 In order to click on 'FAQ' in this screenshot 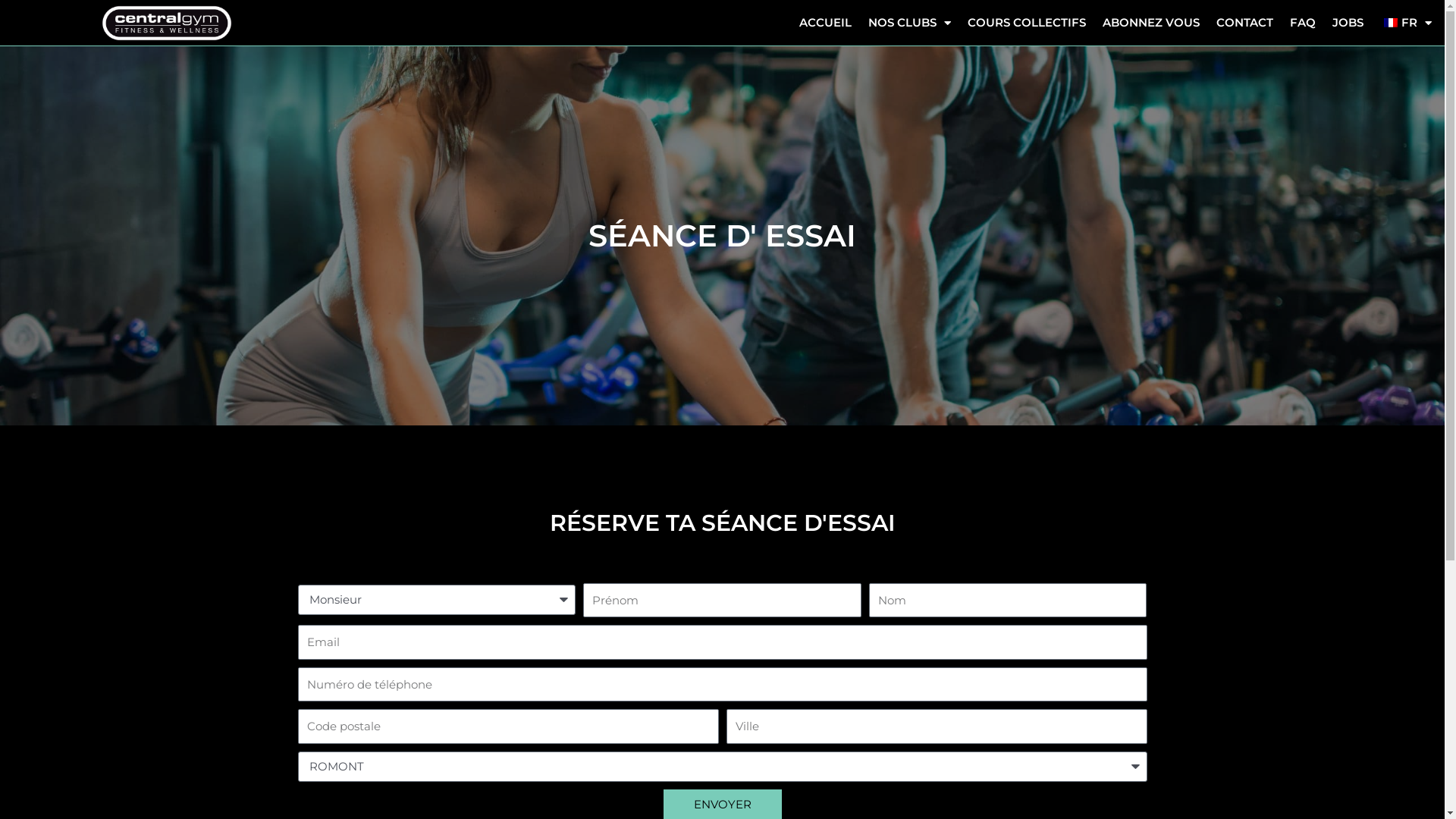, I will do `click(1302, 23)`.